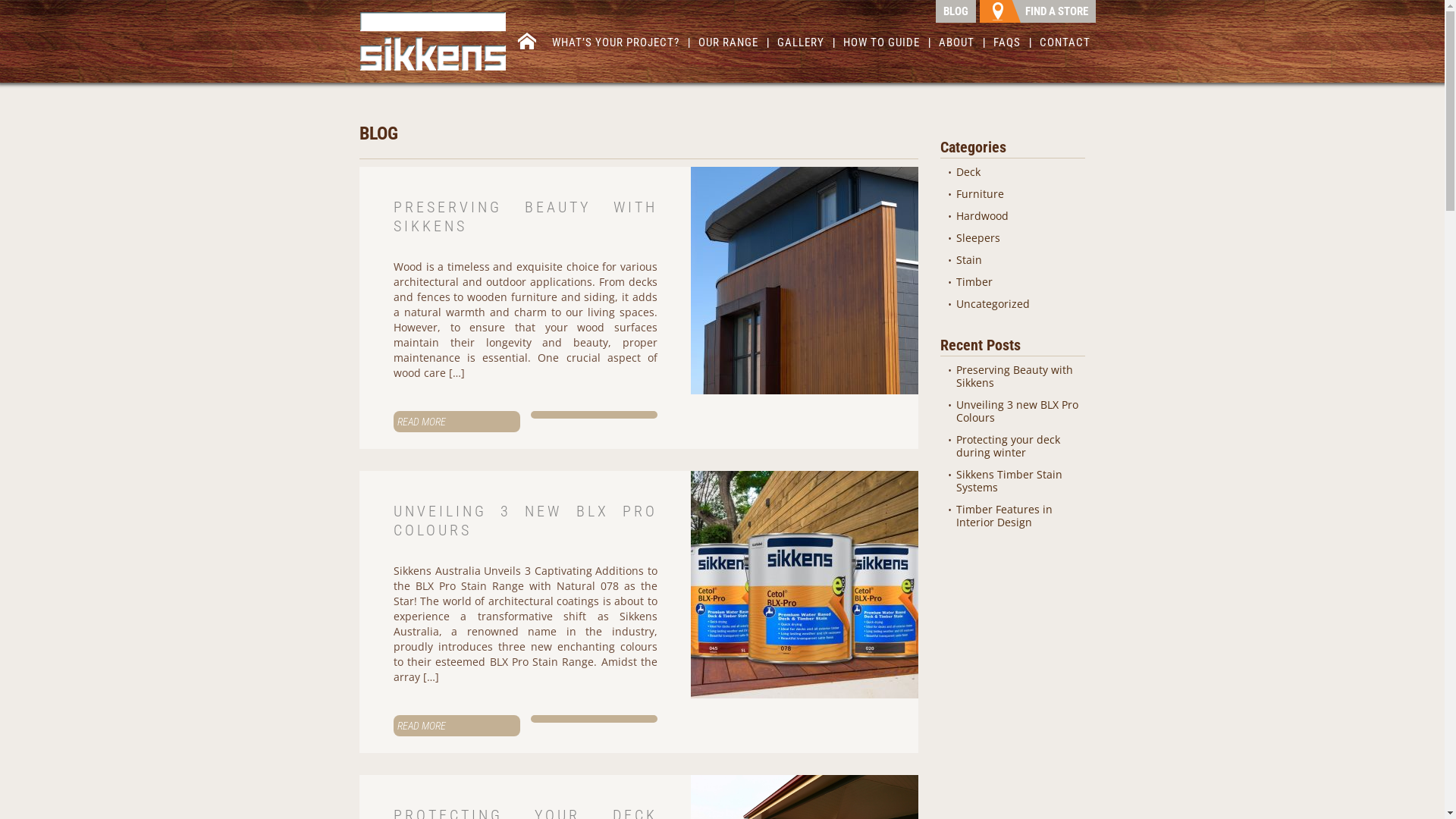 The width and height of the screenshot is (1456, 819). I want to click on 'Deck', so click(967, 171).